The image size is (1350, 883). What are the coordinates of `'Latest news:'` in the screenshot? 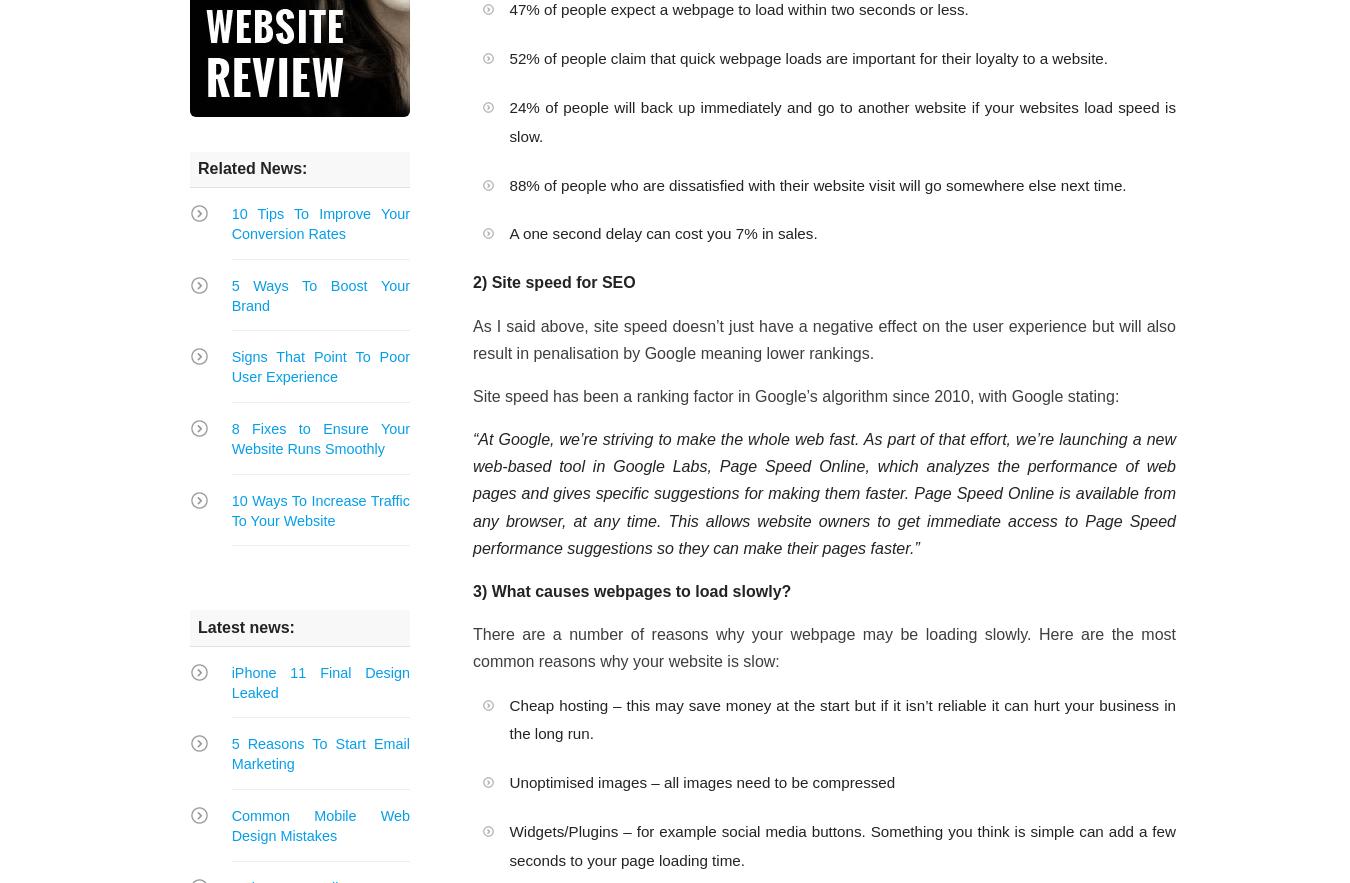 It's located at (244, 626).